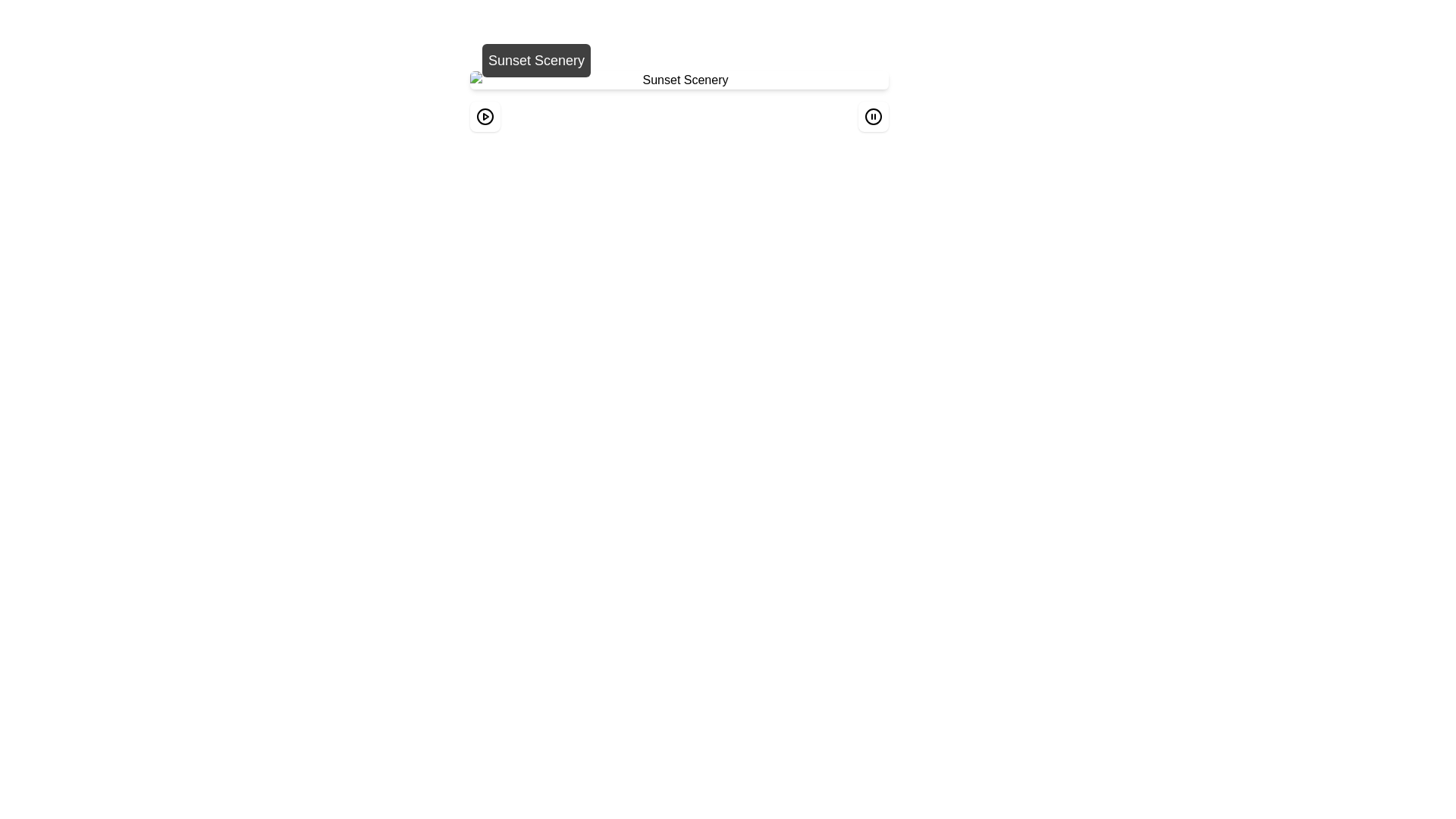 The image size is (1456, 819). Describe the element at coordinates (874, 116) in the screenshot. I see `the circular SVG shape that is part of the 'circle-pause' icon located in the top-center-right of the layout, positioned before the text 'Sunset Scenery'` at that location.